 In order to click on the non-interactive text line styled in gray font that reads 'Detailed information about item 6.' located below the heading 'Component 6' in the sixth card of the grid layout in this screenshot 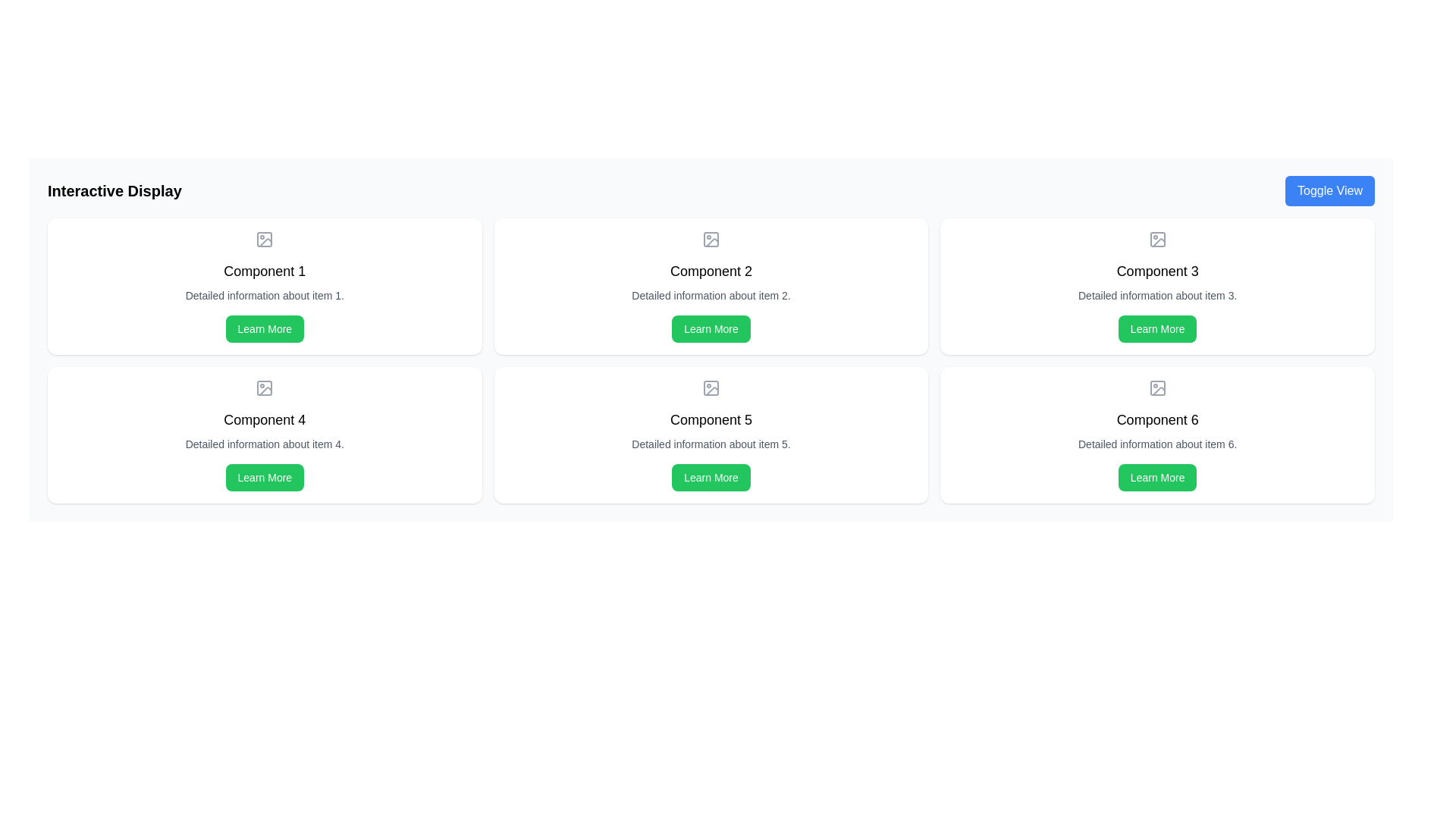, I will do `click(1156, 444)`.